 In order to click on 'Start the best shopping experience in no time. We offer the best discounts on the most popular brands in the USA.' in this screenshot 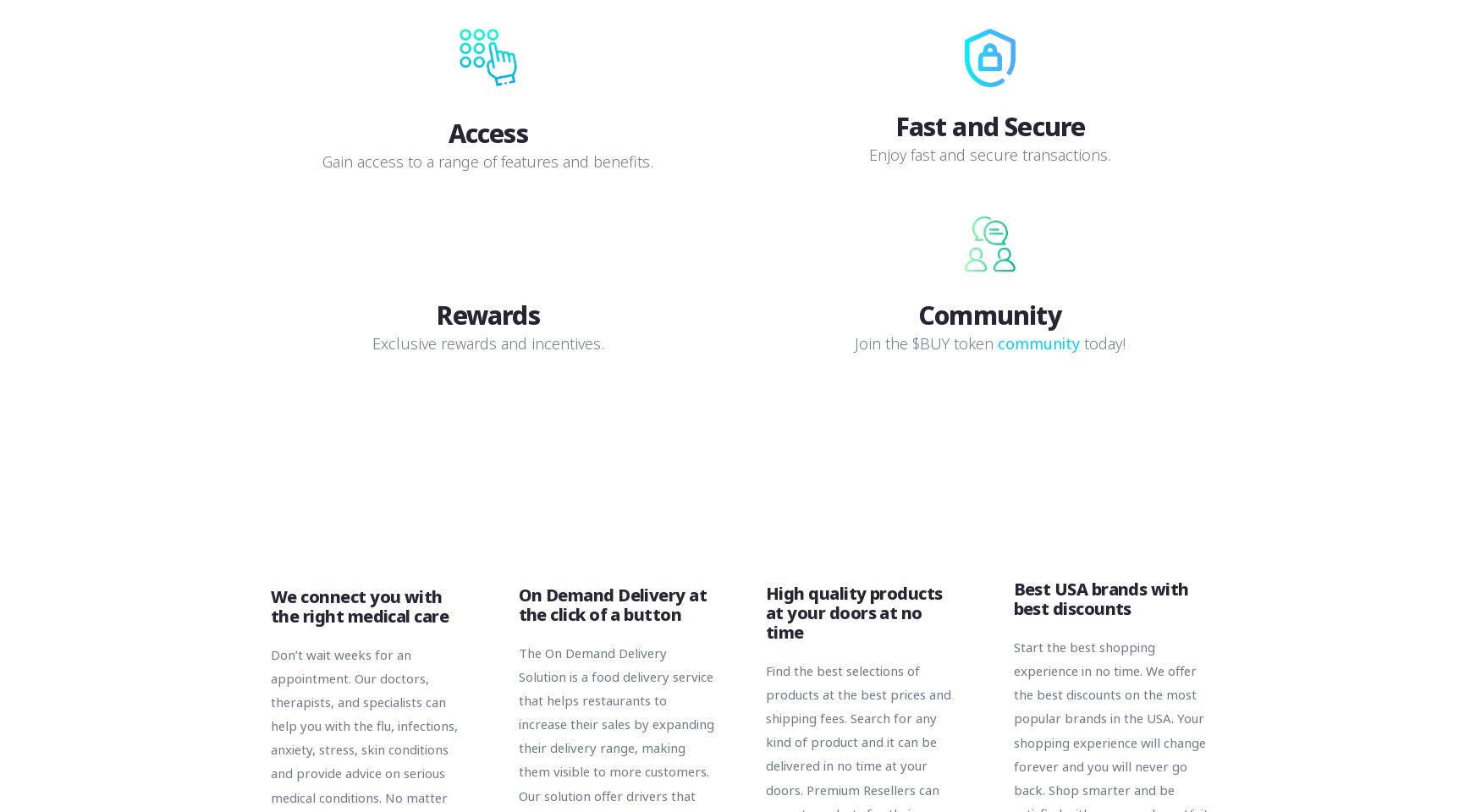, I will do `click(1103, 682)`.